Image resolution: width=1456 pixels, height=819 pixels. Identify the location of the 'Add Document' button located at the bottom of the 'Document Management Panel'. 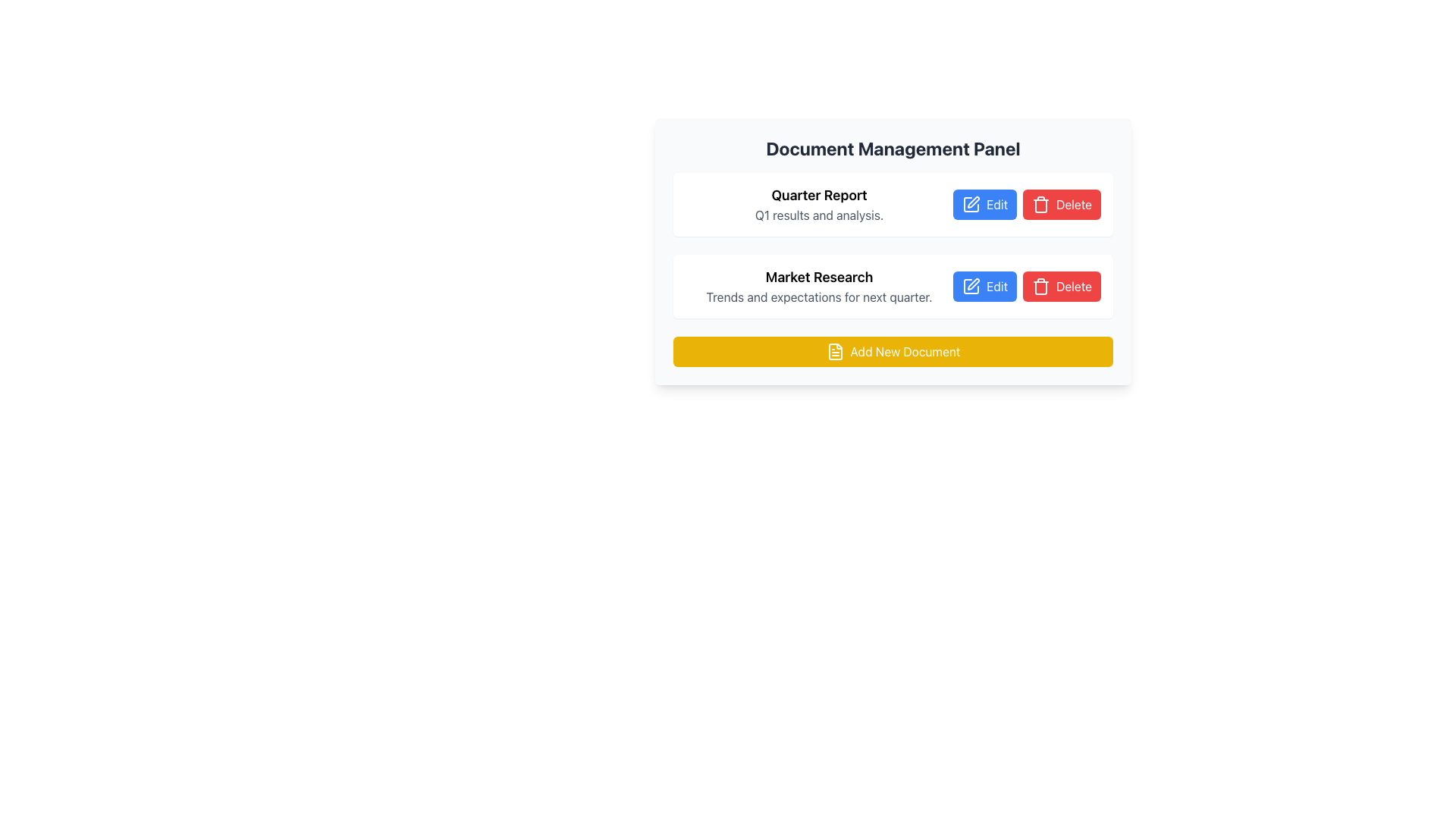
(893, 351).